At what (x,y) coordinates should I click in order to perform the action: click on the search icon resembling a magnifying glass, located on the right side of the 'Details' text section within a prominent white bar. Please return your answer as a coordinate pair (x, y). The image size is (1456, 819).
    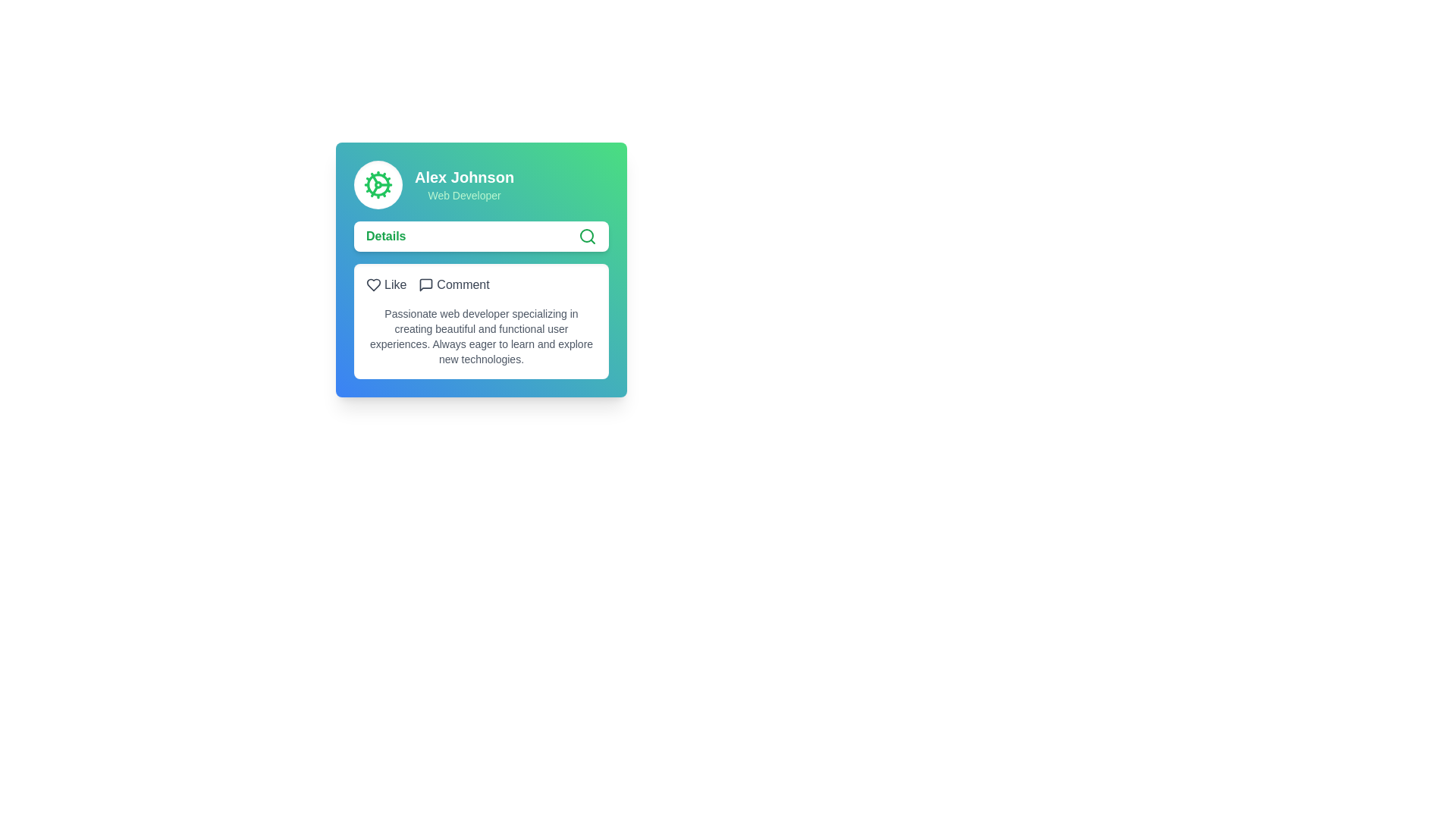
    Looking at the image, I should click on (586, 237).